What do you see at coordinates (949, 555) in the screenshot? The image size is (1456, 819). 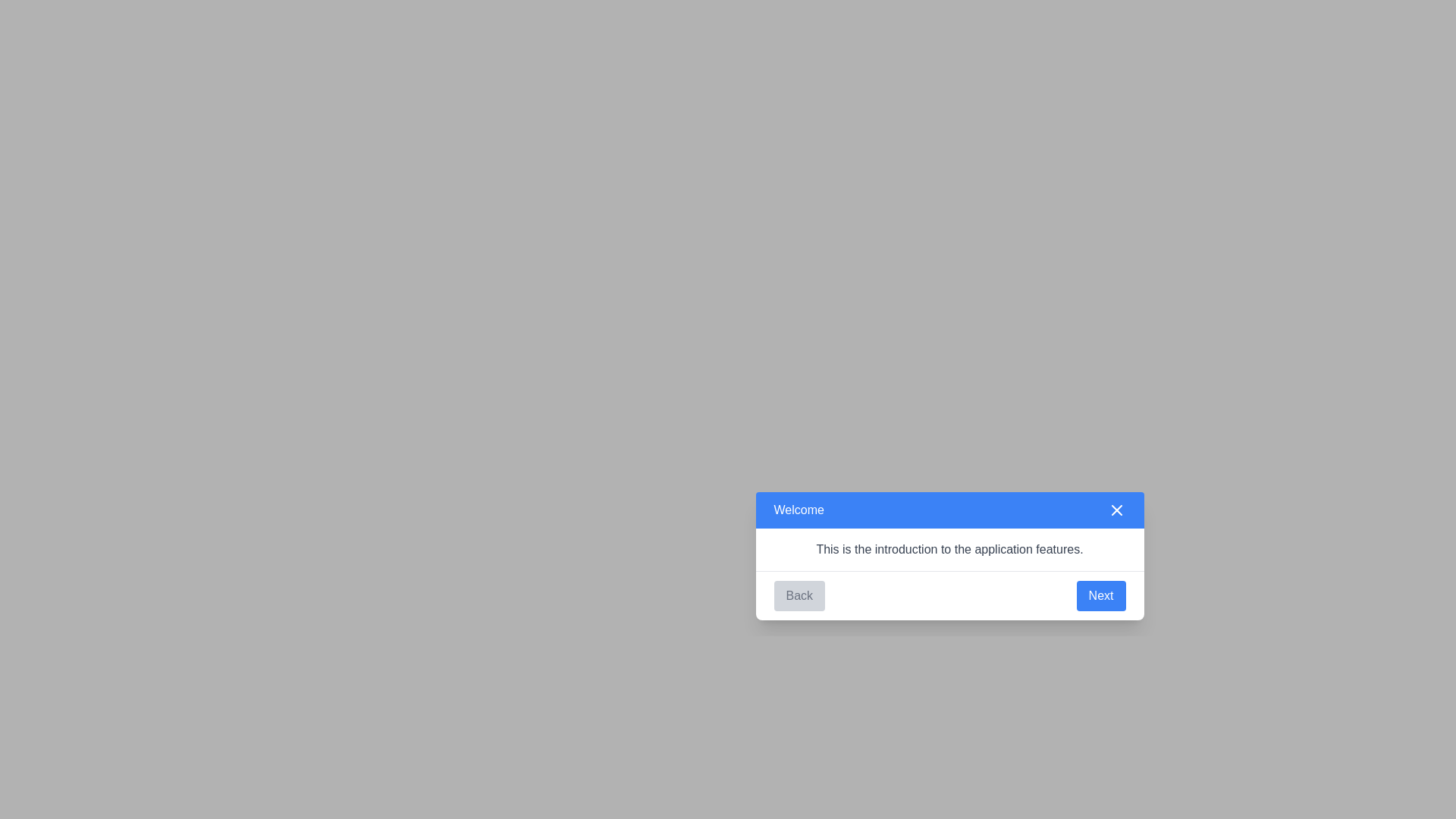 I see `content displayed within the central modal dialog that introduces users to the application features` at bounding box center [949, 555].